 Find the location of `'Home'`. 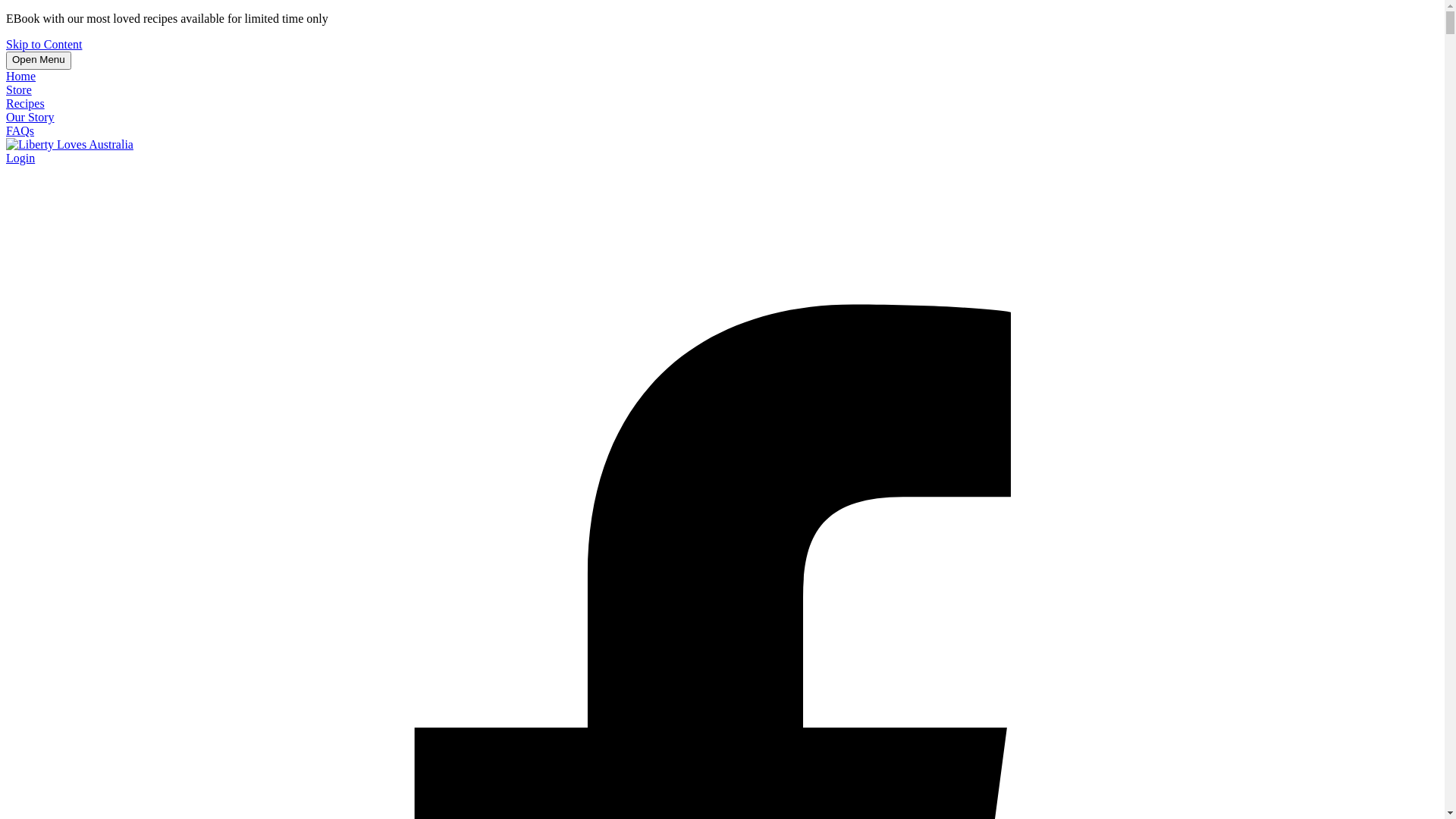

'Home' is located at coordinates (20, 76).